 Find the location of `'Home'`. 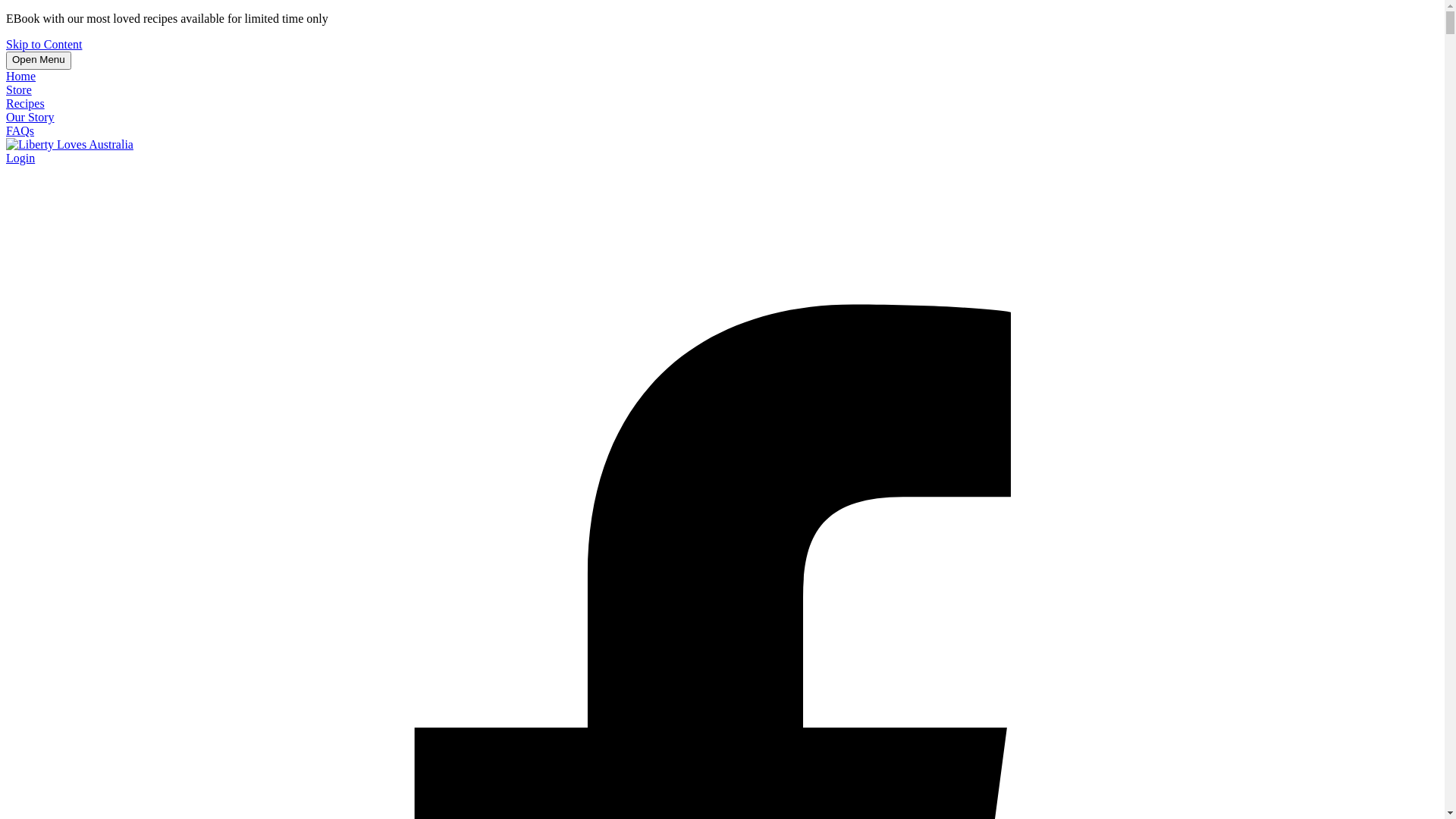

'Home' is located at coordinates (20, 76).